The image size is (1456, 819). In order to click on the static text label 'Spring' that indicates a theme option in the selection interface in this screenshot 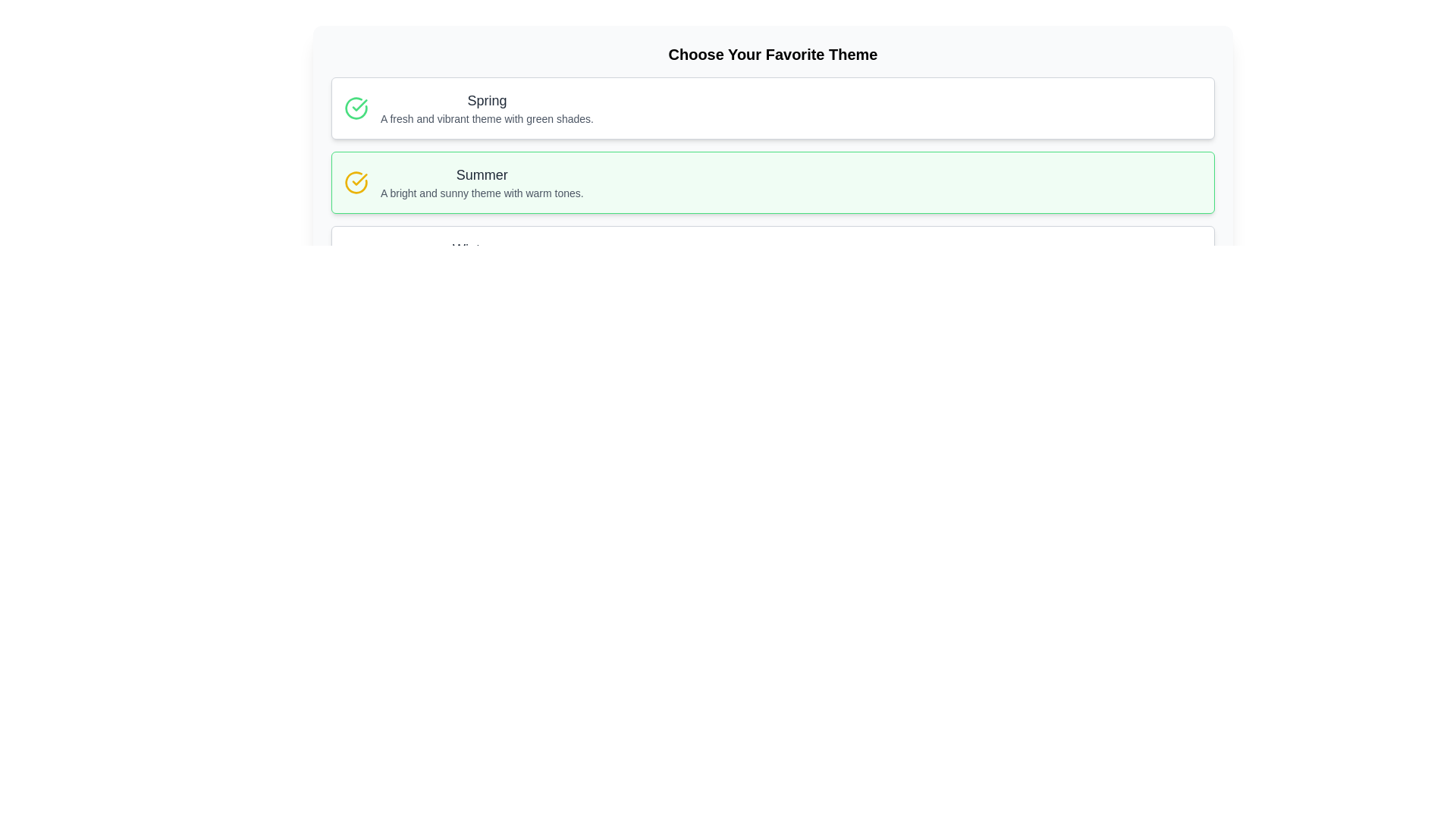, I will do `click(487, 100)`.